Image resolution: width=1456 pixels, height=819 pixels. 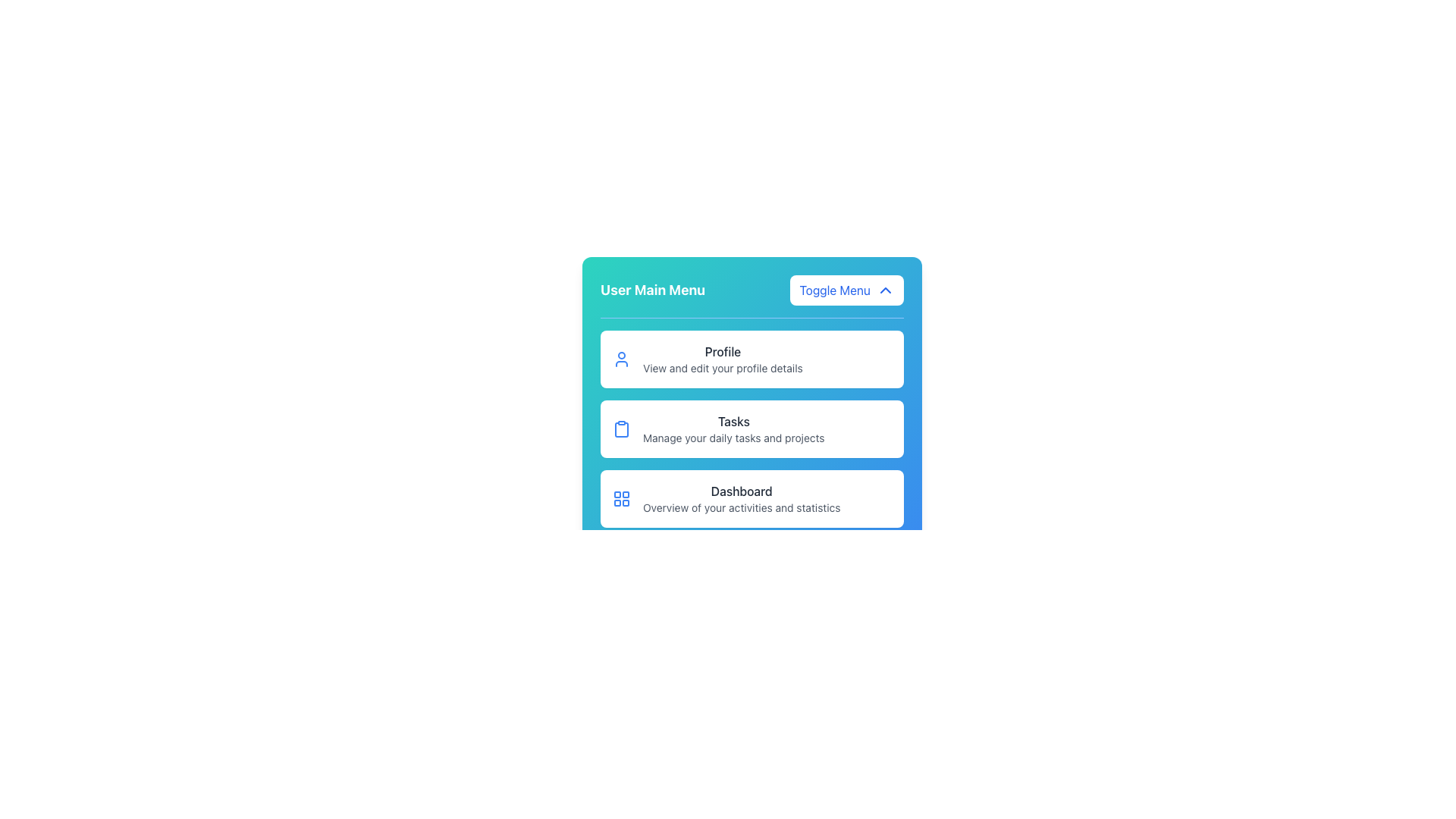 What do you see at coordinates (742, 508) in the screenshot?
I see `information displayed in the text label that states 'Overview of your activities and statistics.' This label is located beneath the 'Dashboard' title in the menu interface` at bounding box center [742, 508].